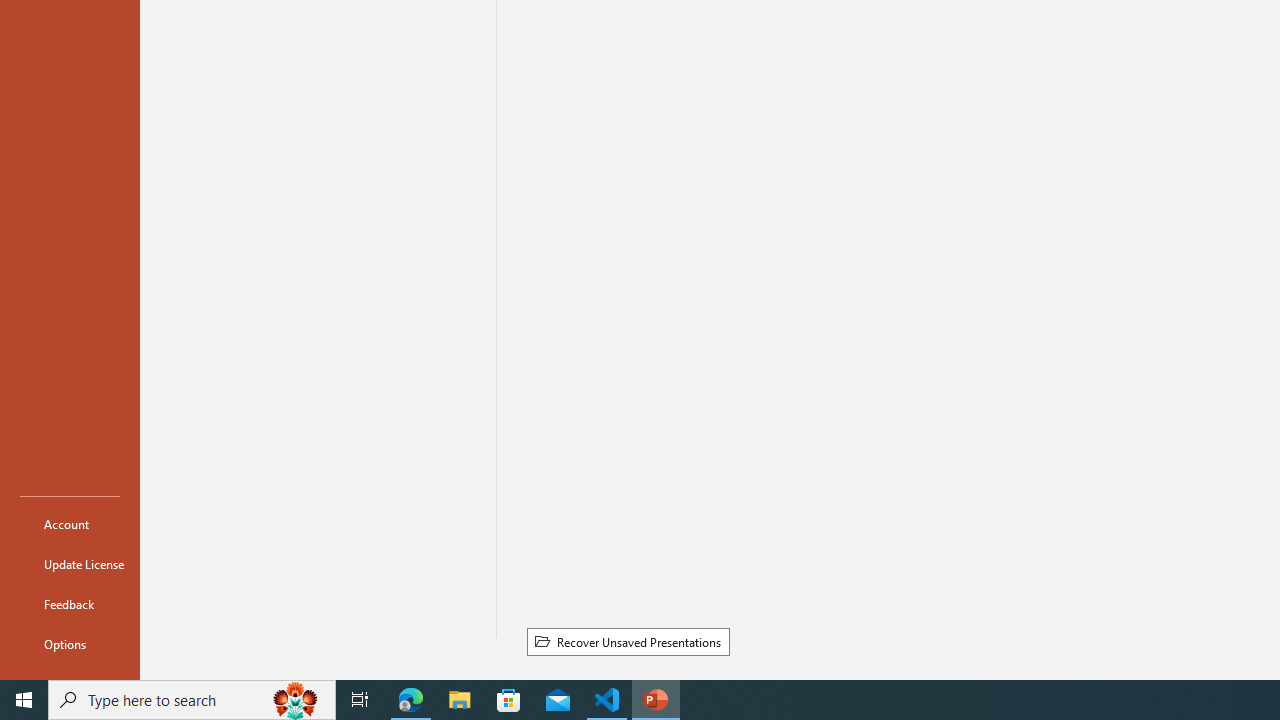 The image size is (1280, 720). Describe the element at coordinates (69, 603) in the screenshot. I see `'Feedback'` at that location.